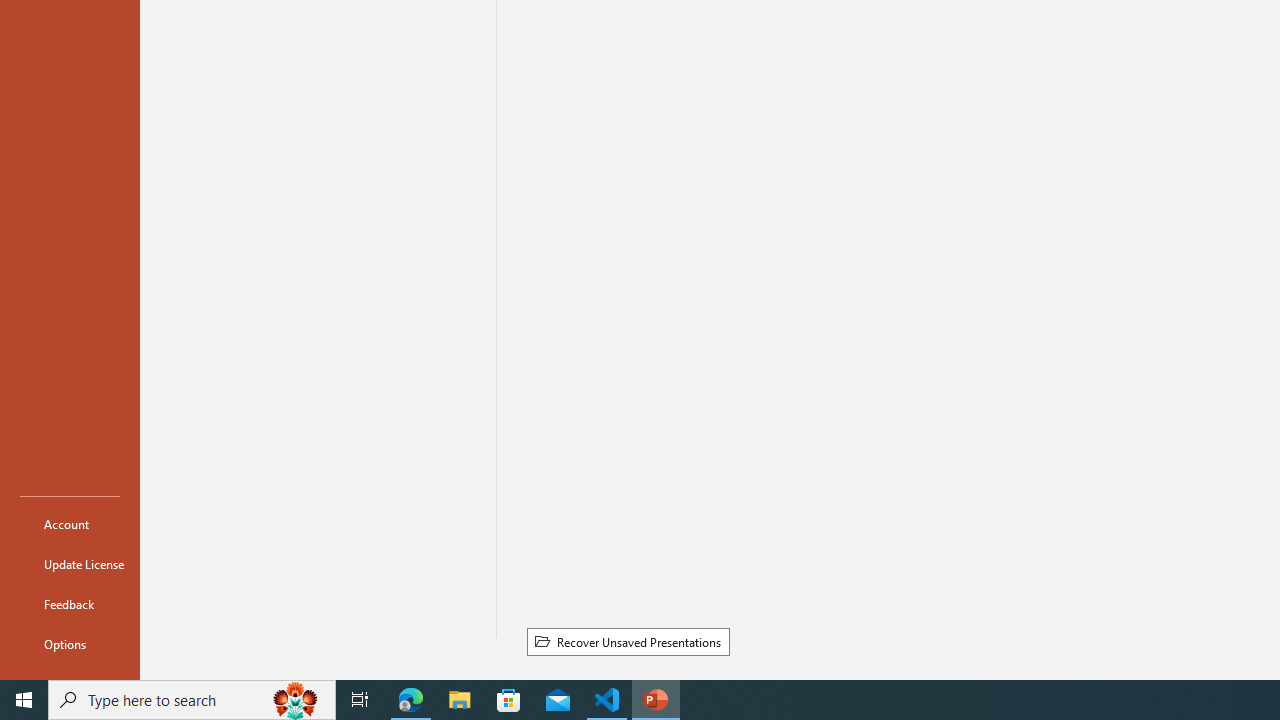 The image size is (1280, 720). Describe the element at coordinates (69, 603) in the screenshot. I see `'Feedback'` at that location.